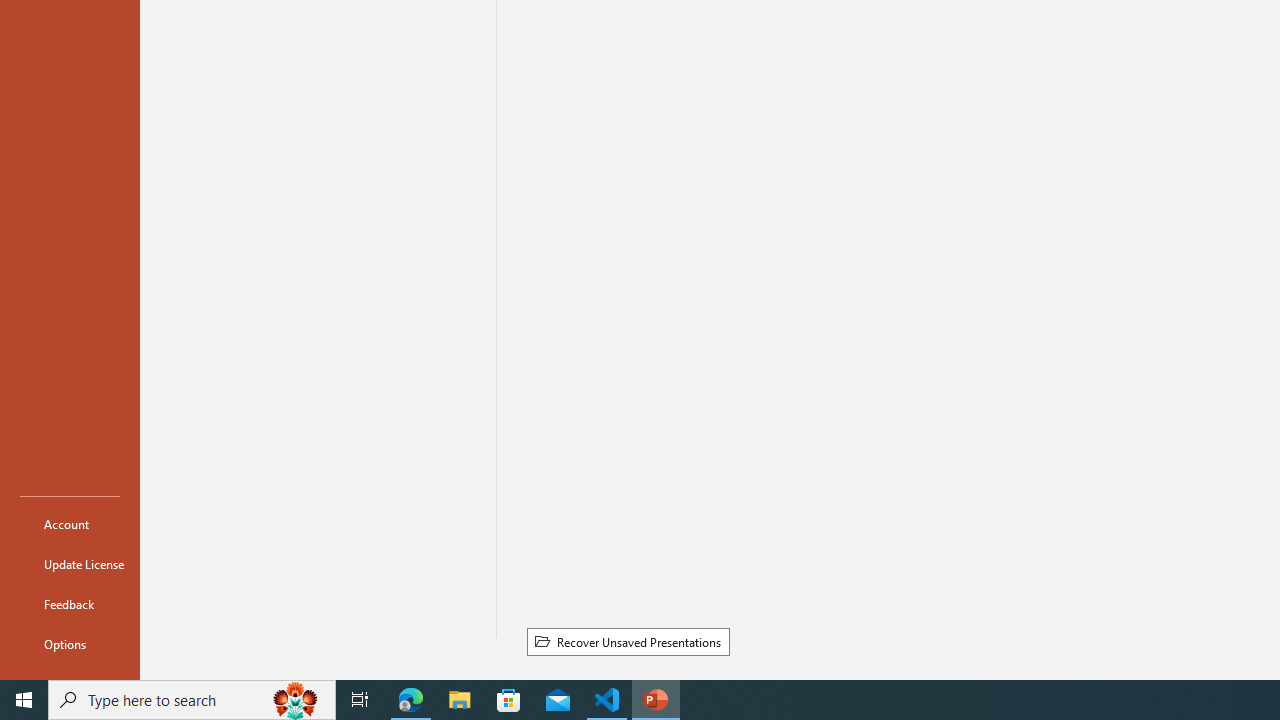 The image size is (1280, 720). Describe the element at coordinates (69, 603) in the screenshot. I see `'Feedback'` at that location.